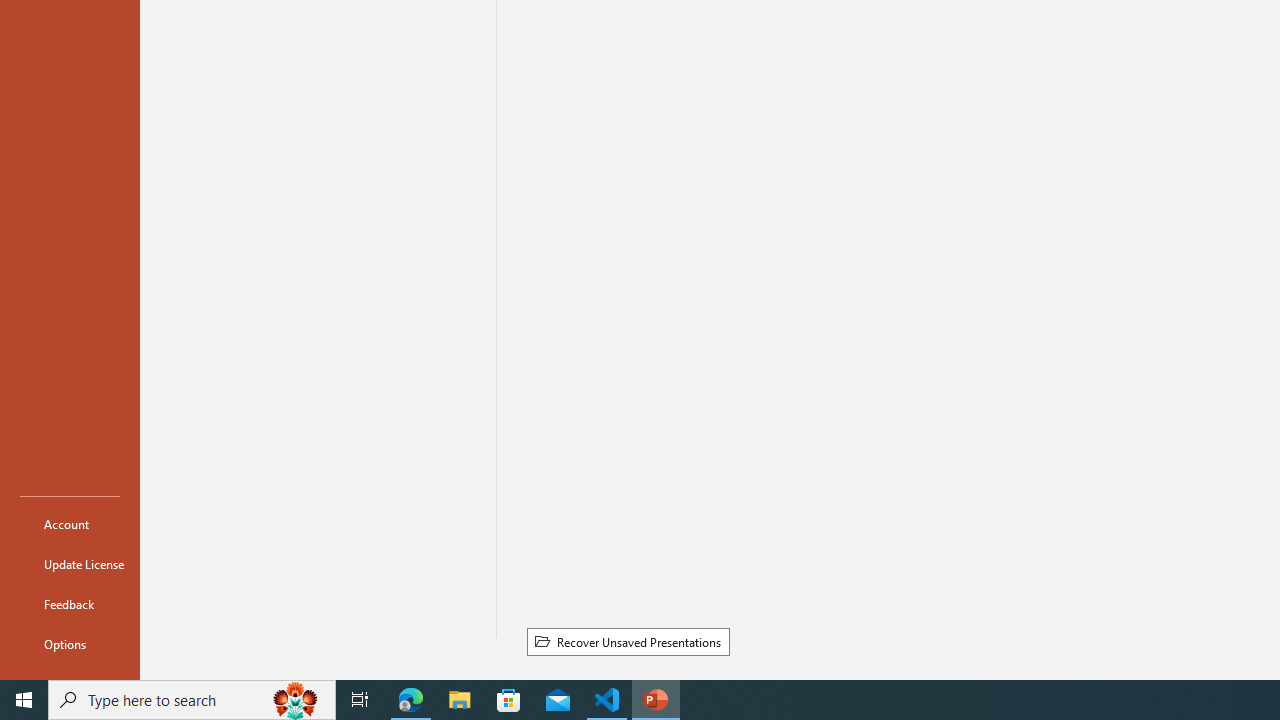 The image size is (1280, 720). Describe the element at coordinates (69, 603) in the screenshot. I see `'Feedback'` at that location.